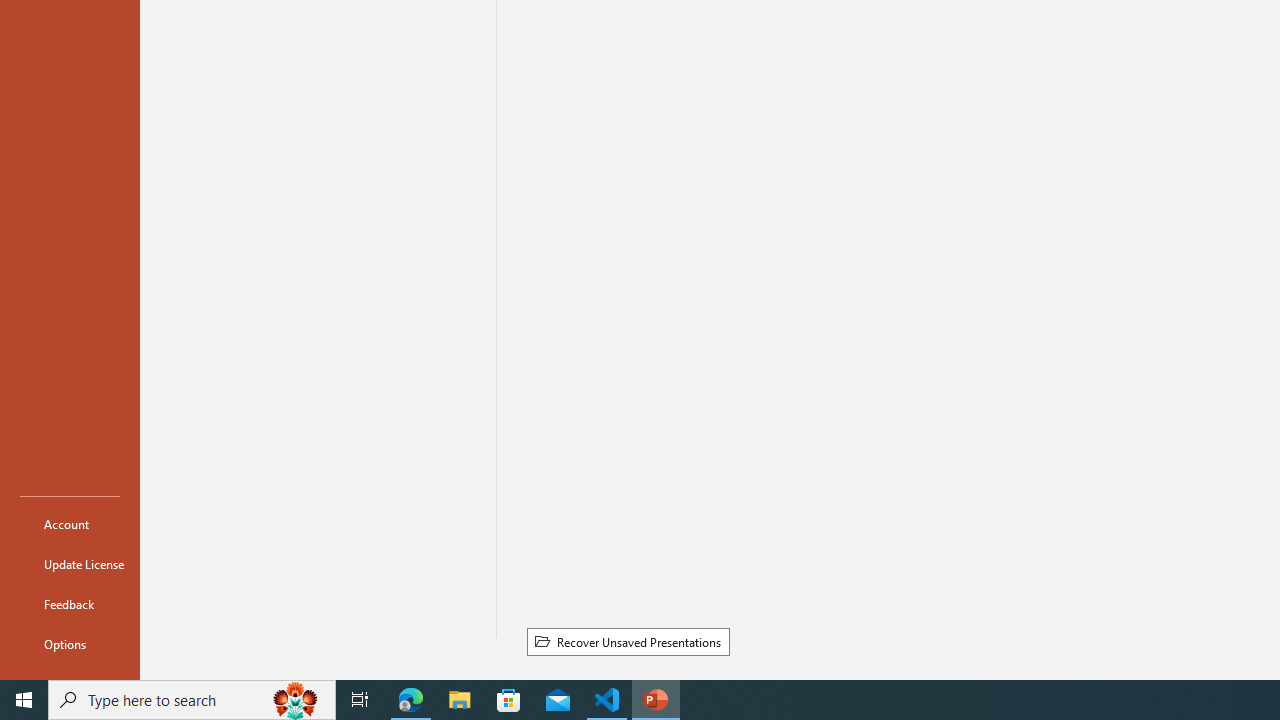 The image size is (1280, 720). Describe the element at coordinates (69, 603) in the screenshot. I see `'Feedback'` at that location.